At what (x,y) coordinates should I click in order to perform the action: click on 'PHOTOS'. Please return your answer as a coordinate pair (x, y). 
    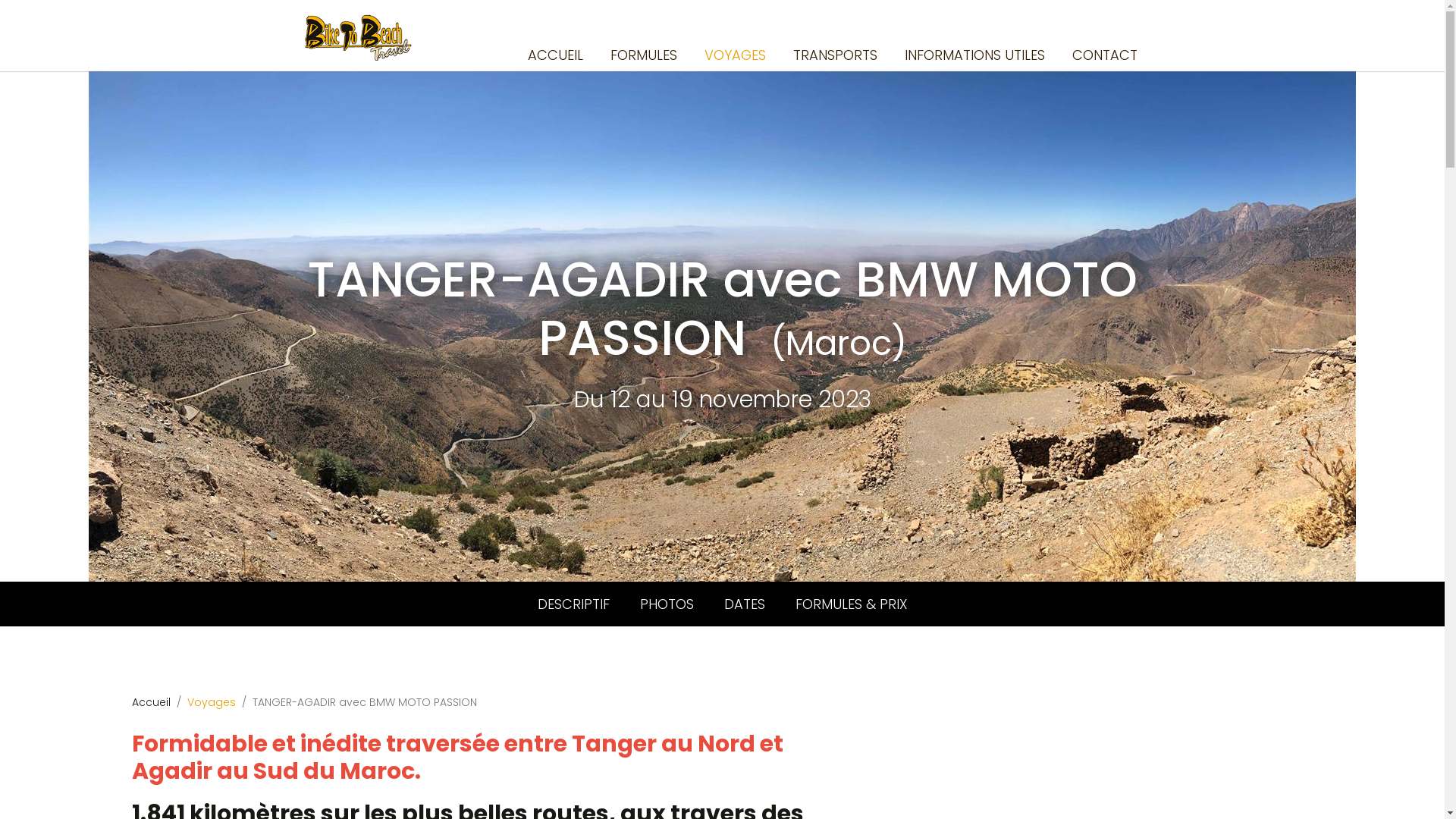
    Looking at the image, I should click on (667, 603).